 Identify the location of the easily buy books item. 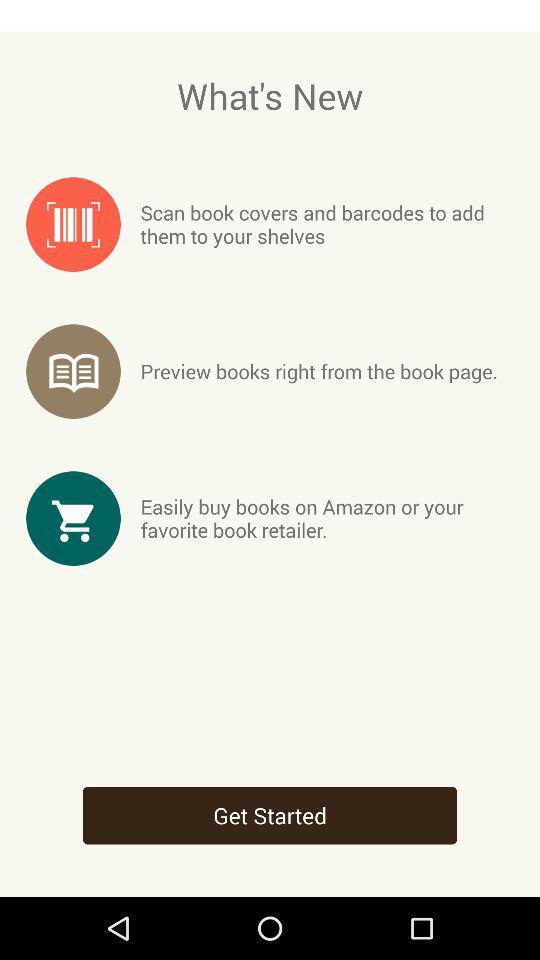
(327, 517).